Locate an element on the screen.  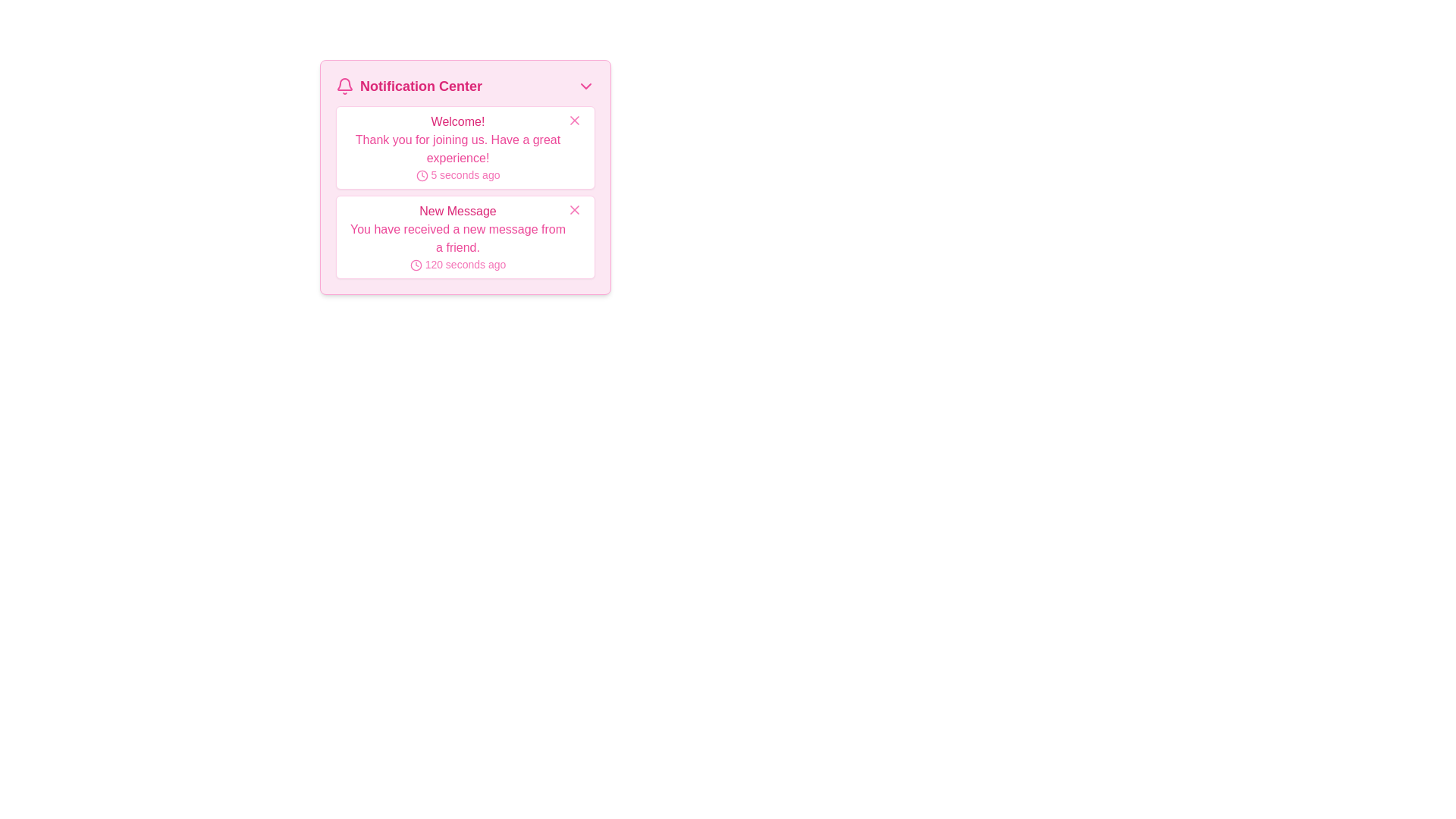
the larger SVG circle element that serves as the background of the clock icon in the pink-themed Notification Center panel is located at coordinates (416, 265).